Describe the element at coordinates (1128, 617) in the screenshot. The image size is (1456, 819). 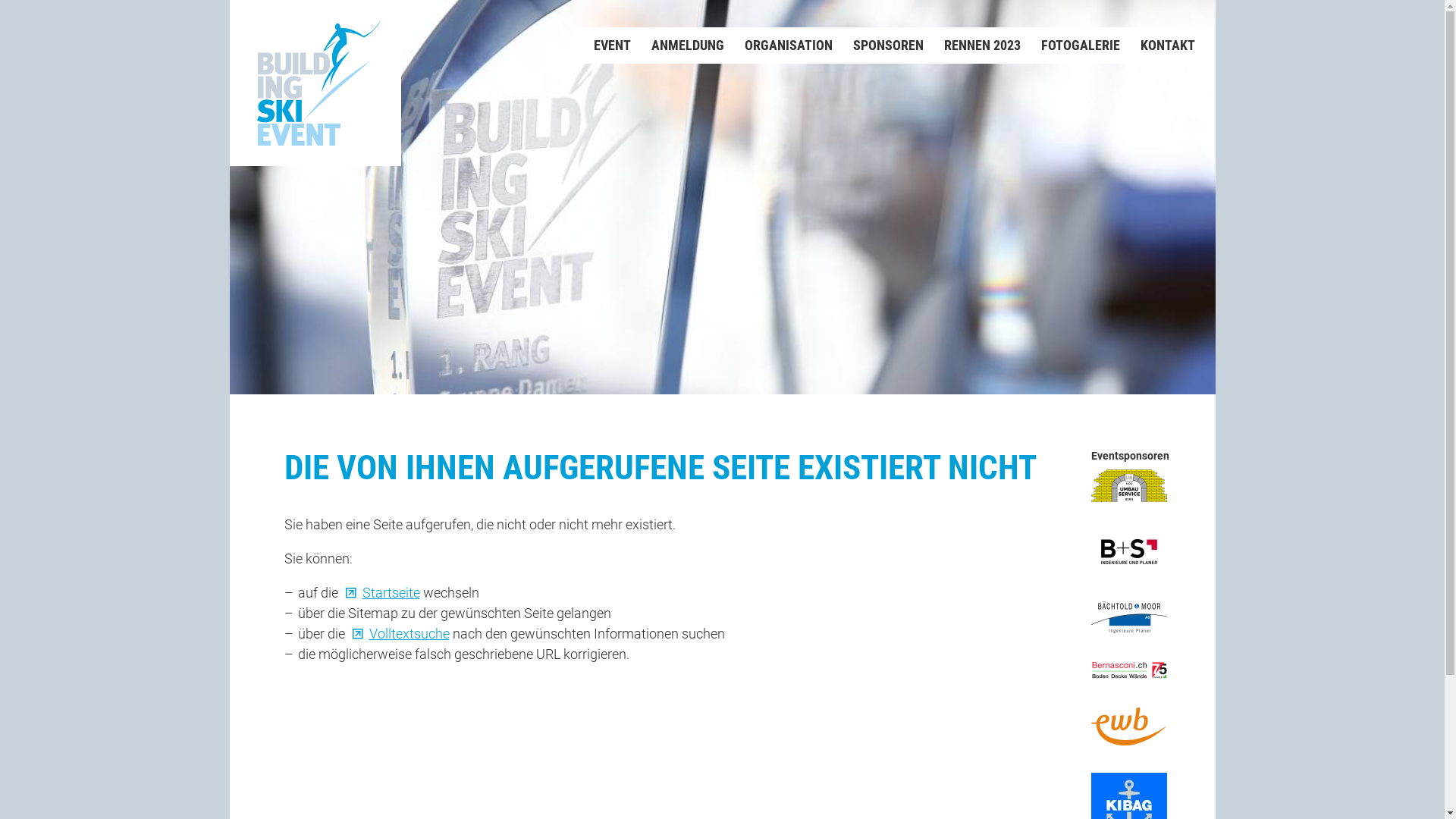
I see `'Sponsor'` at that location.